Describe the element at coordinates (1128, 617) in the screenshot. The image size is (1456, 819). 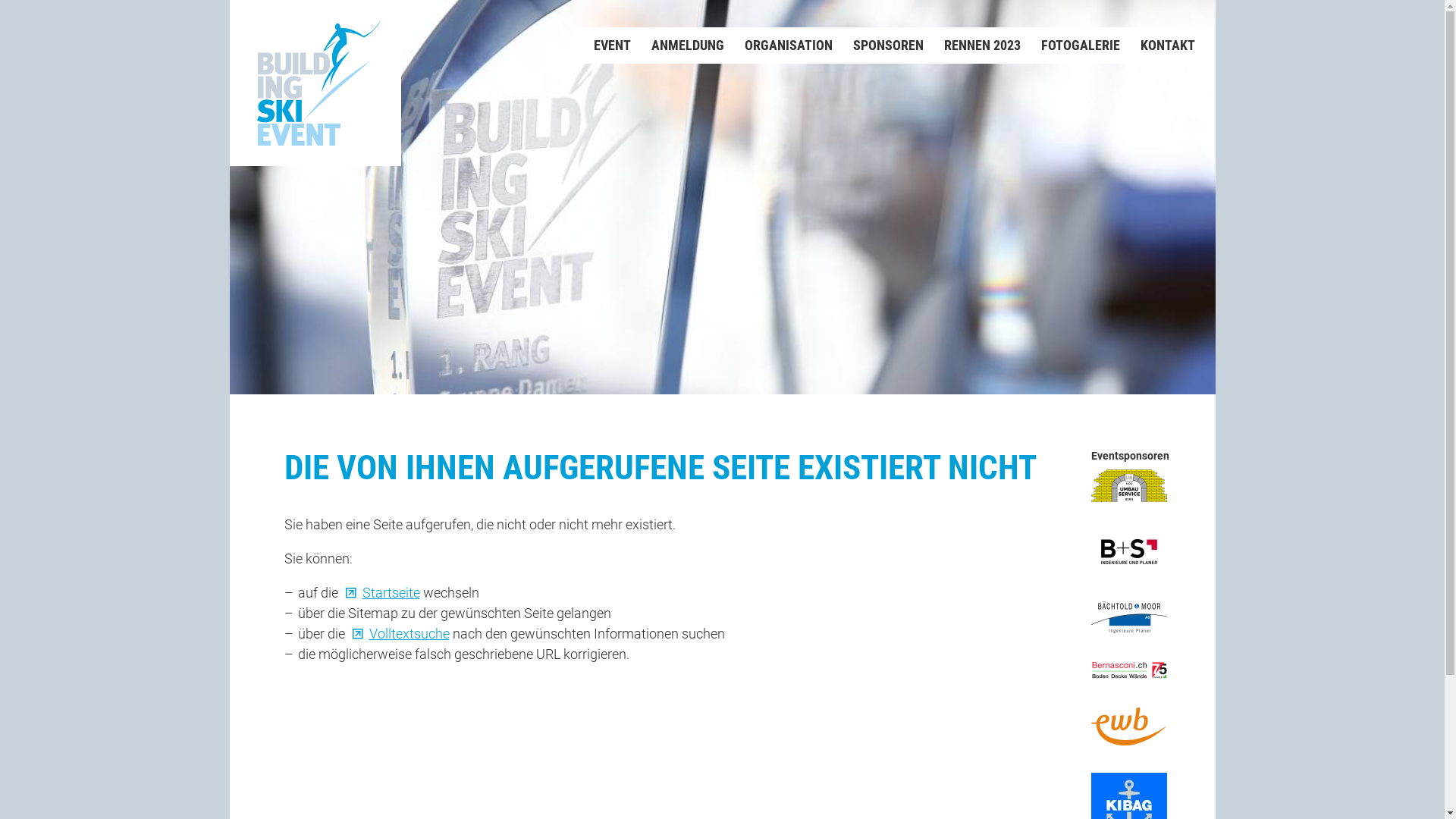
I see `'Sponsor'` at that location.